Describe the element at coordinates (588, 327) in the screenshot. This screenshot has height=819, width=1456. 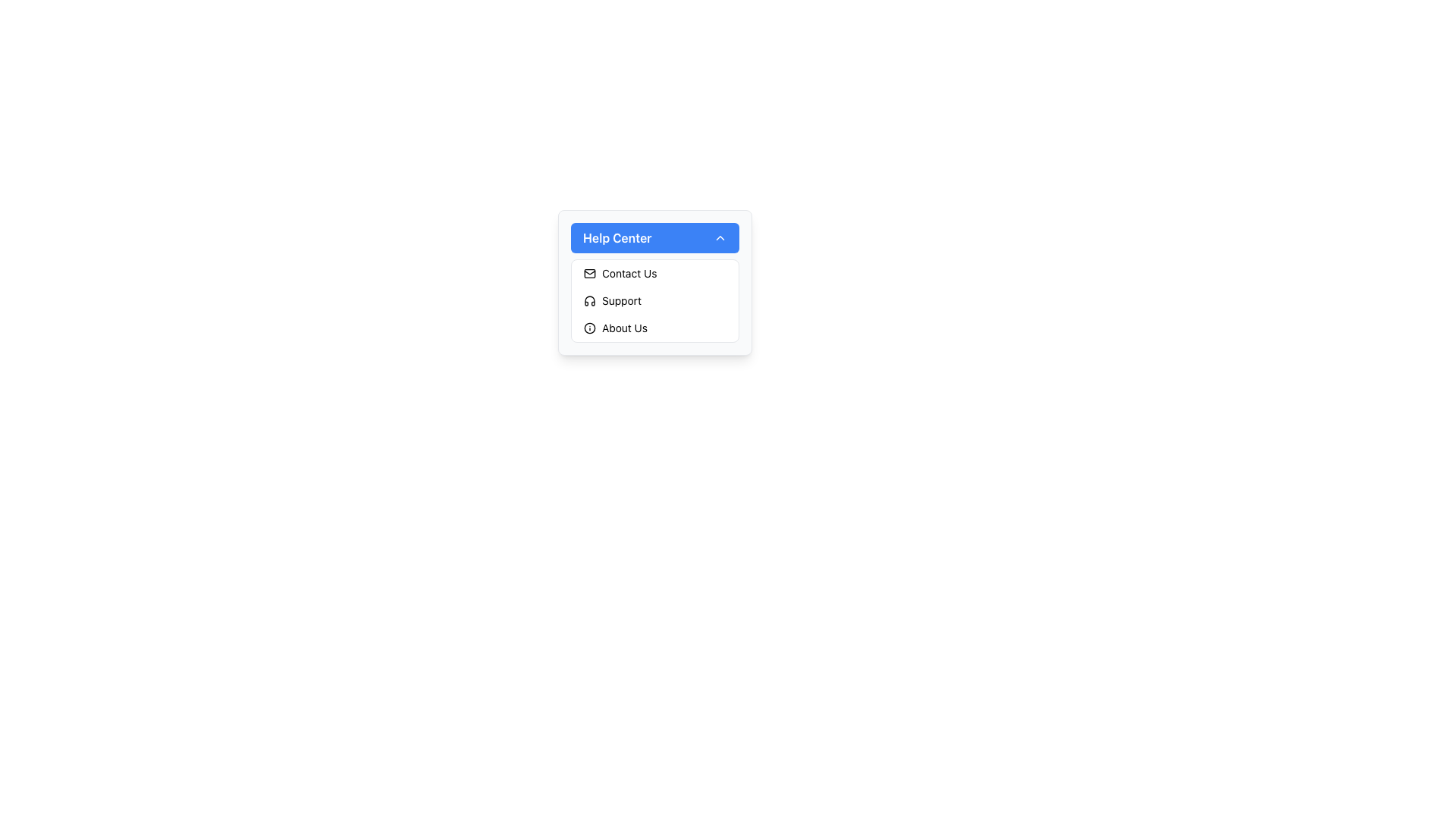
I see `the circular outline element with a thin stroke, located to the left of the 'Contact Us' text` at that location.